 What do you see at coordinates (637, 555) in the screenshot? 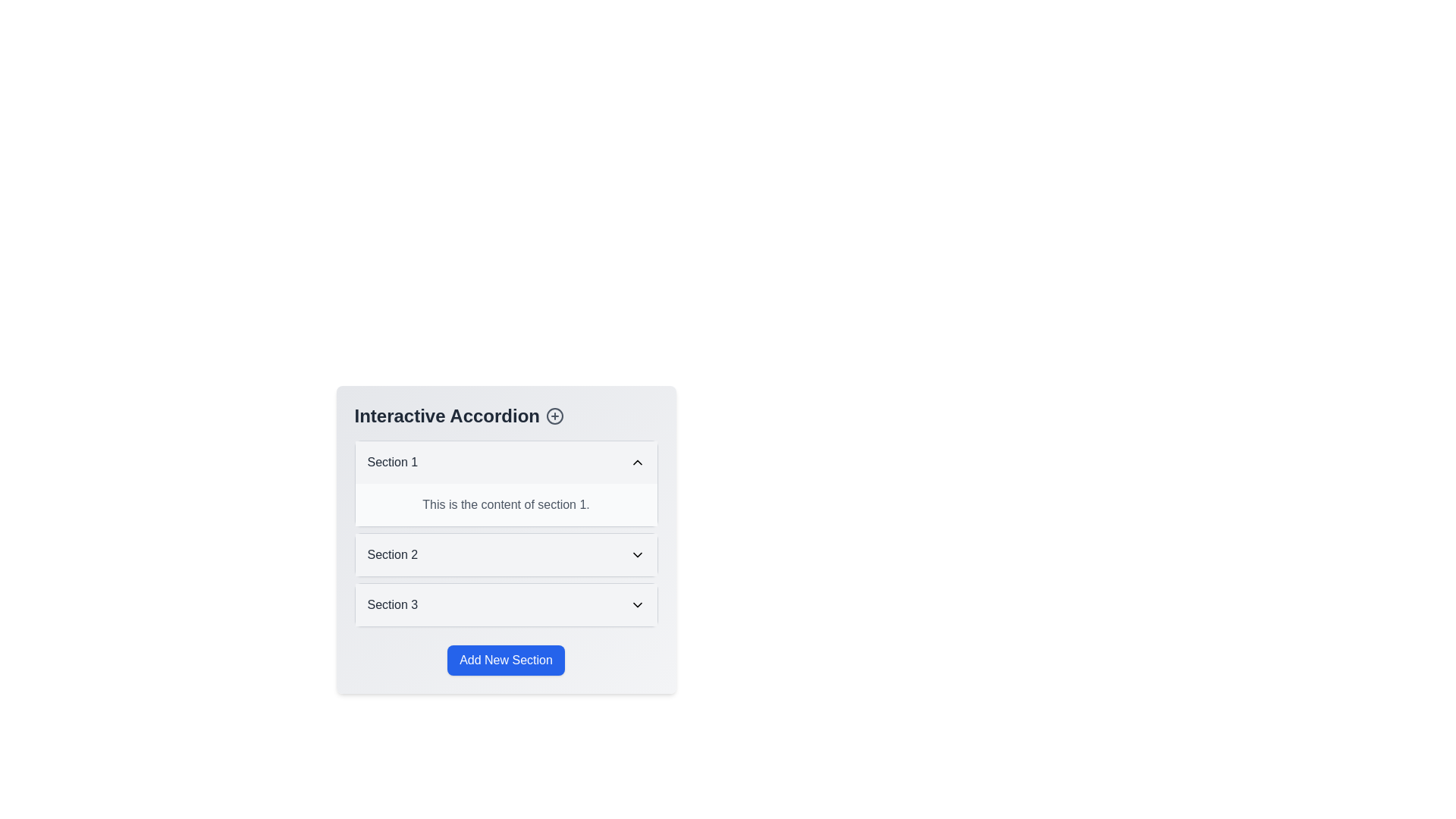
I see `the chevron icon button located at the far right of the 'Section 2' header in the accordion interface` at bounding box center [637, 555].